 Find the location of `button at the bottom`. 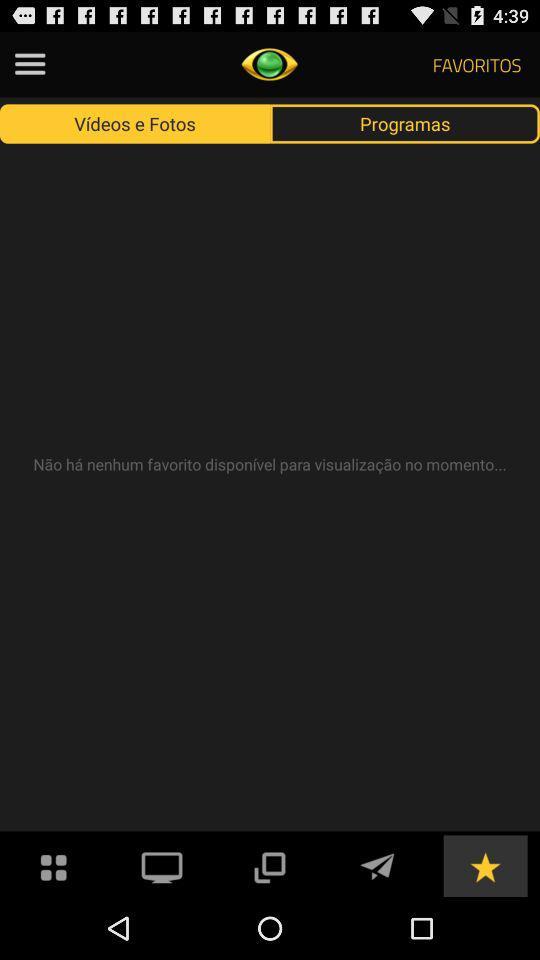

button at the bottom is located at coordinates (269, 864).